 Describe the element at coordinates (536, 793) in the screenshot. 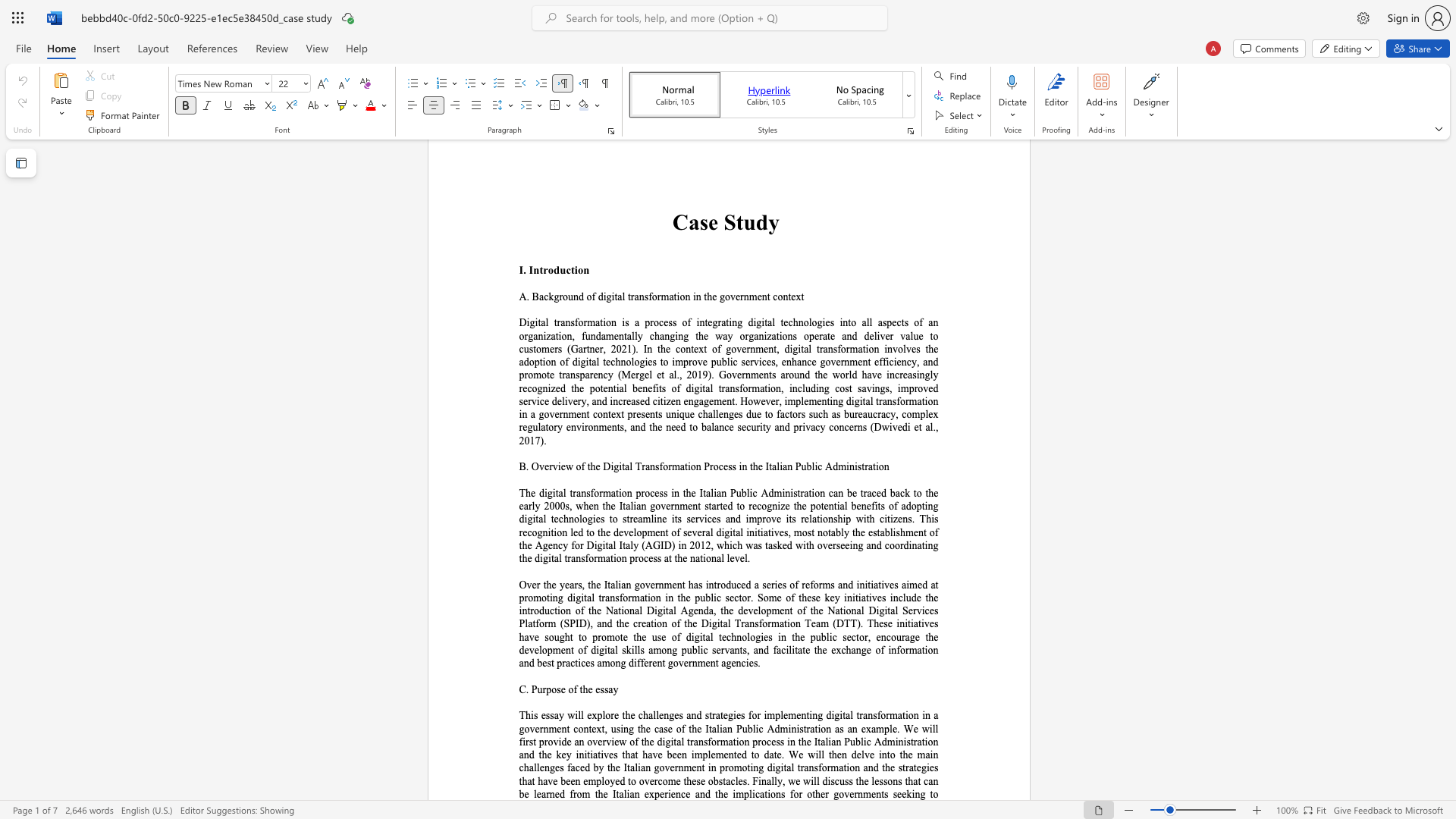

I see `the subset text "earne" within the text "overcome these obstacles. Finally, we will discuss the lessons that can be learned from the Italian experience and the implications for other governments"` at that location.